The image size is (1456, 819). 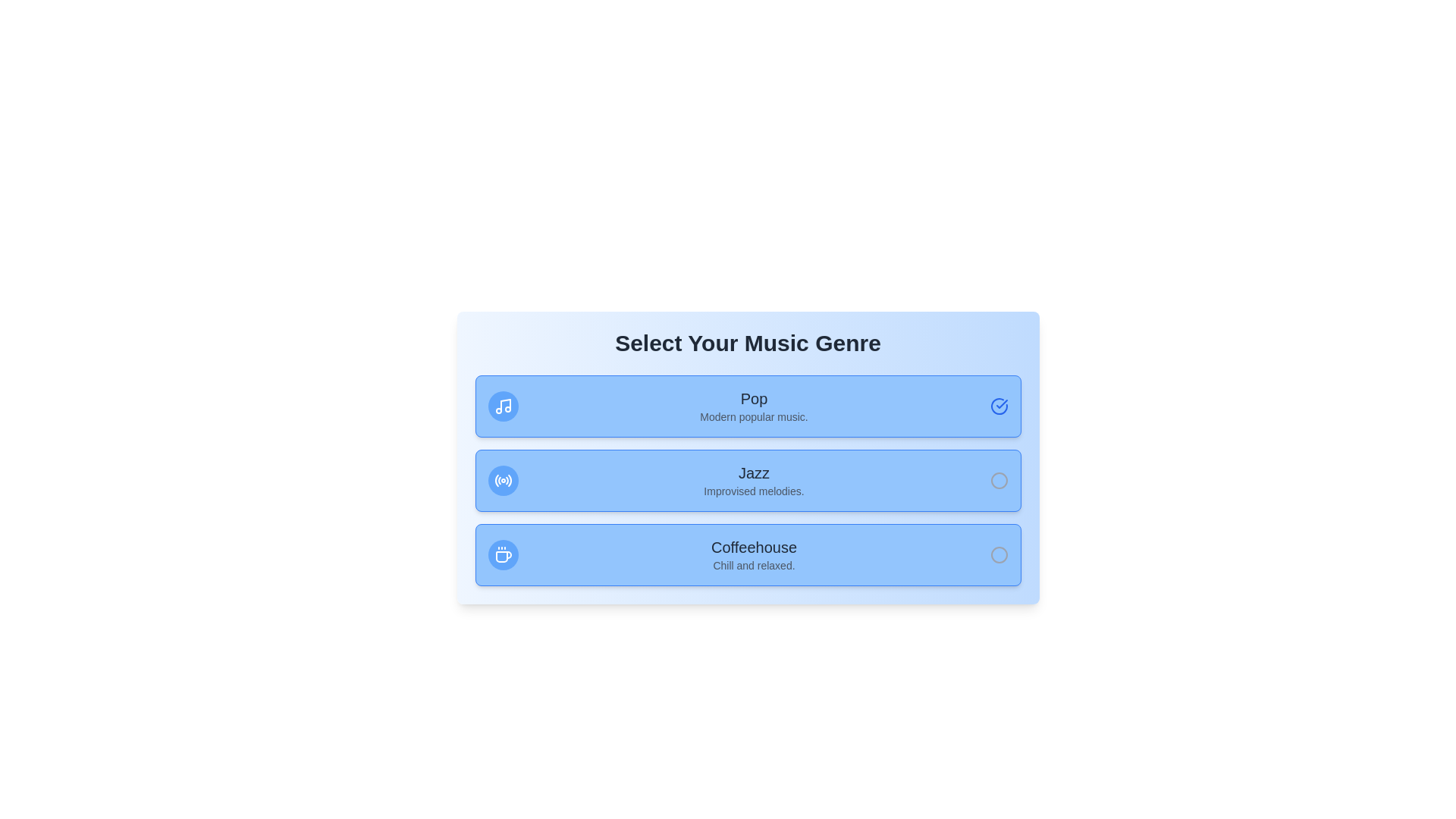 I want to click on the 'Coffeehouse' selectable option in the vertical list of music genres, so click(x=754, y=555).